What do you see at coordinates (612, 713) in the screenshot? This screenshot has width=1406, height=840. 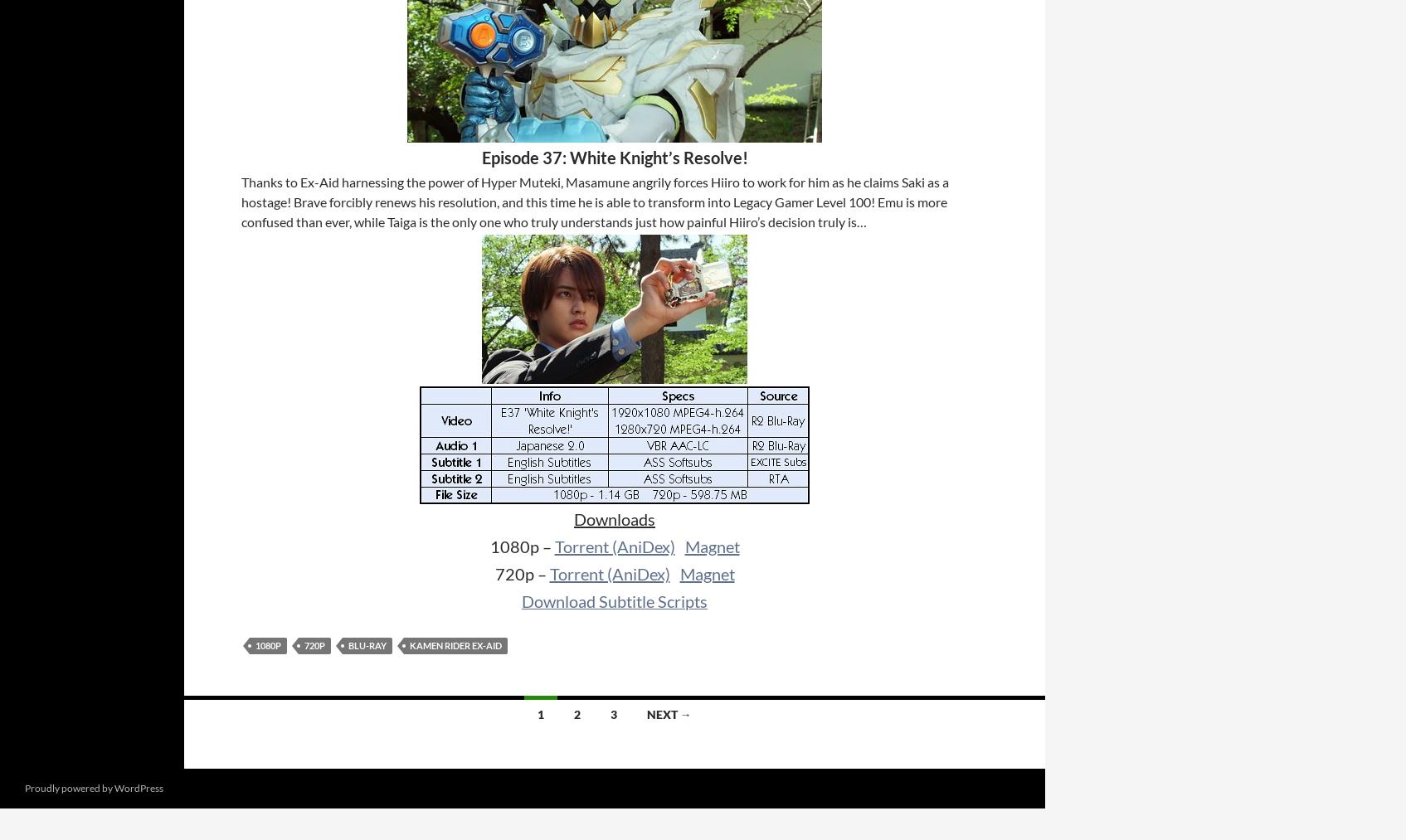 I see `'3'` at bounding box center [612, 713].